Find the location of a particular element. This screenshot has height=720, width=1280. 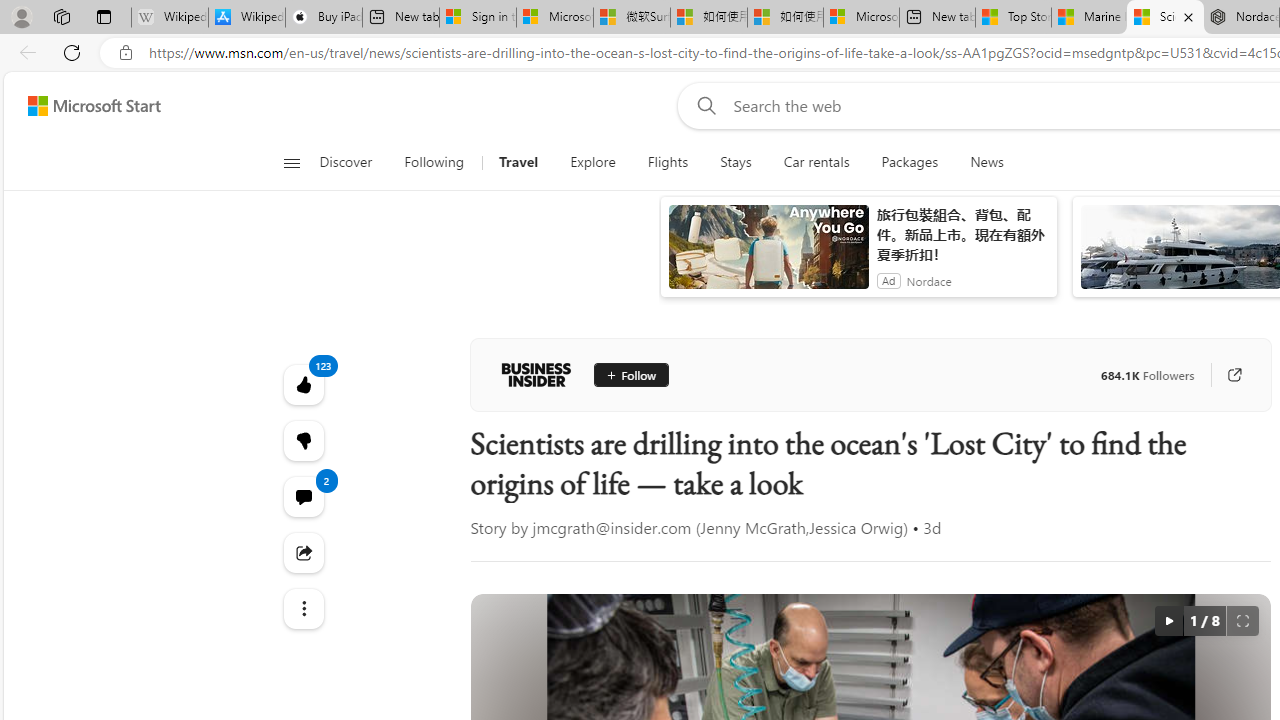

'Nordace' is located at coordinates (928, 280).